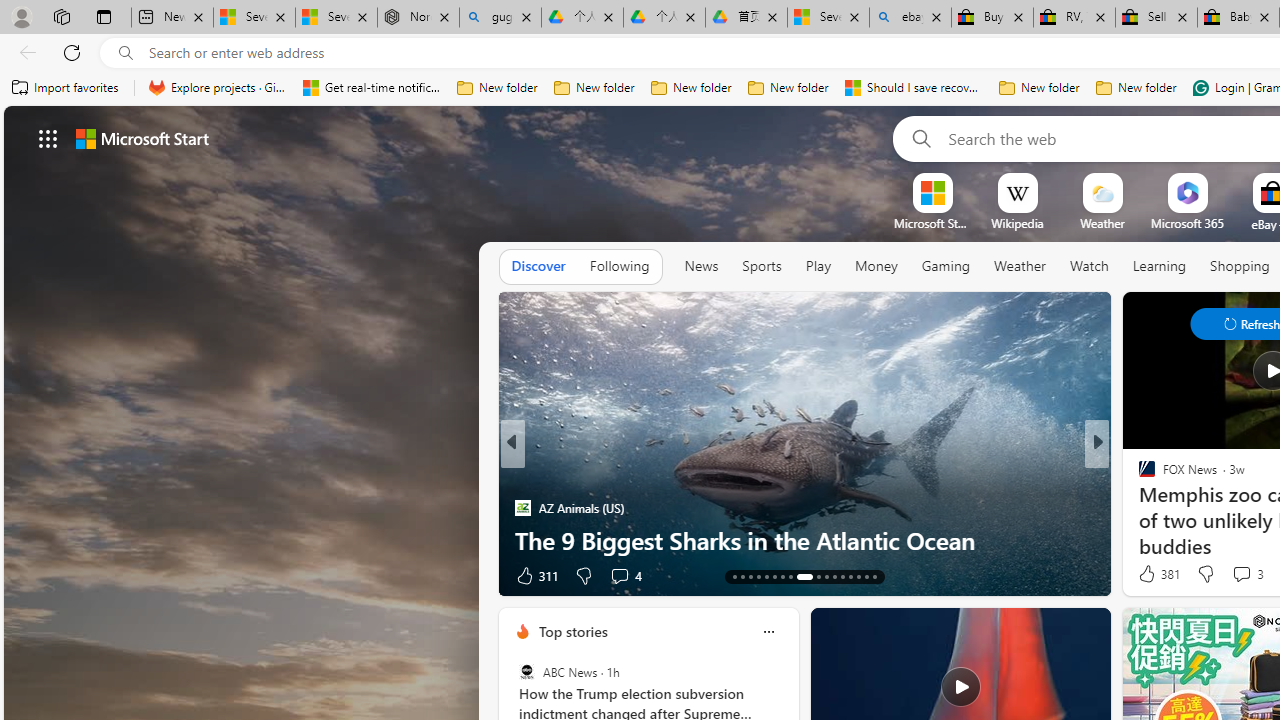  What do you see at coordinates (858, 577) in the screenshot?
I see `'AutomationID: tab-27'` at bounding box center [858, 577].